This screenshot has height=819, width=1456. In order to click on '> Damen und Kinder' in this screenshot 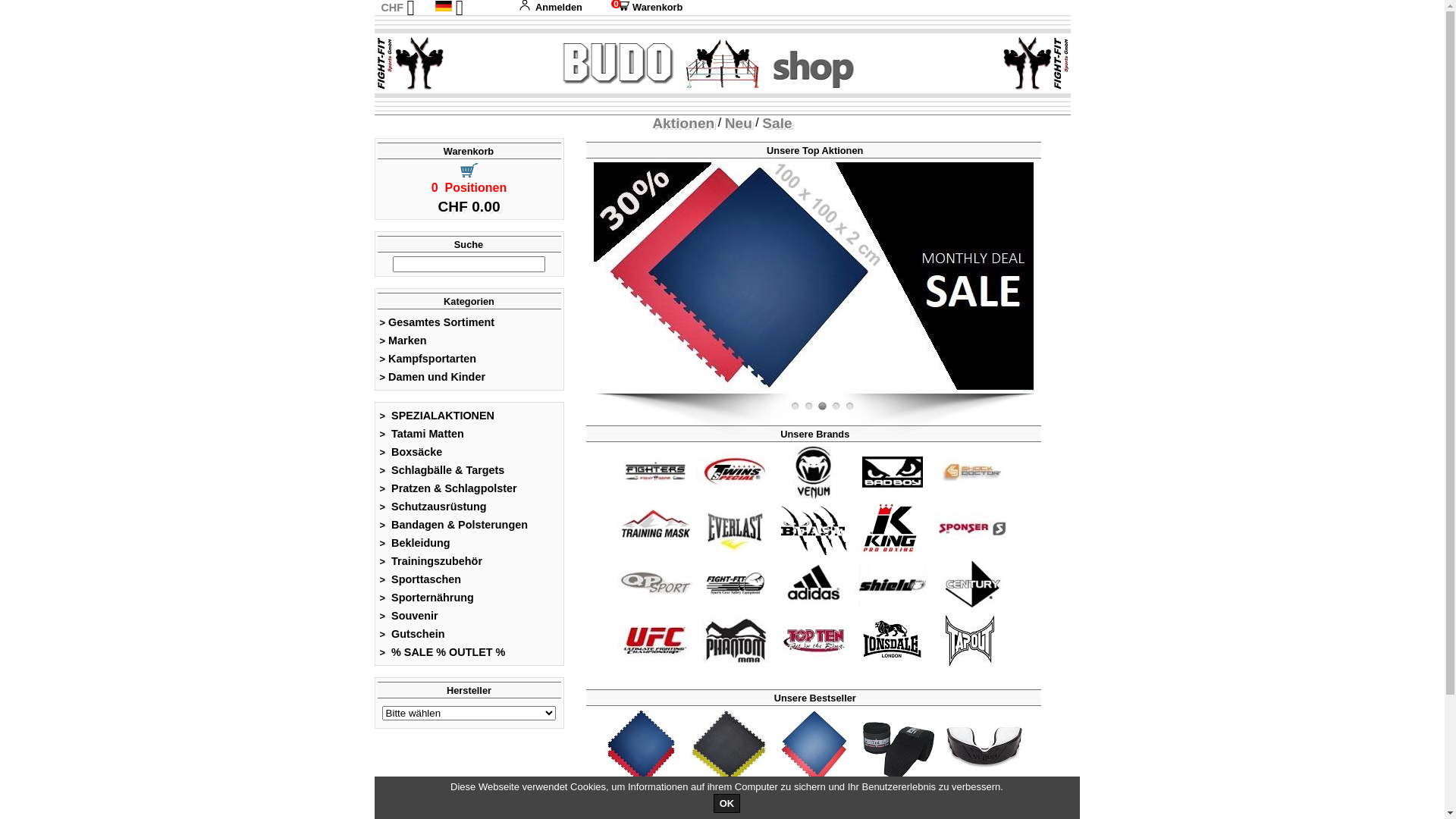, I will do `click(431, 376)`.